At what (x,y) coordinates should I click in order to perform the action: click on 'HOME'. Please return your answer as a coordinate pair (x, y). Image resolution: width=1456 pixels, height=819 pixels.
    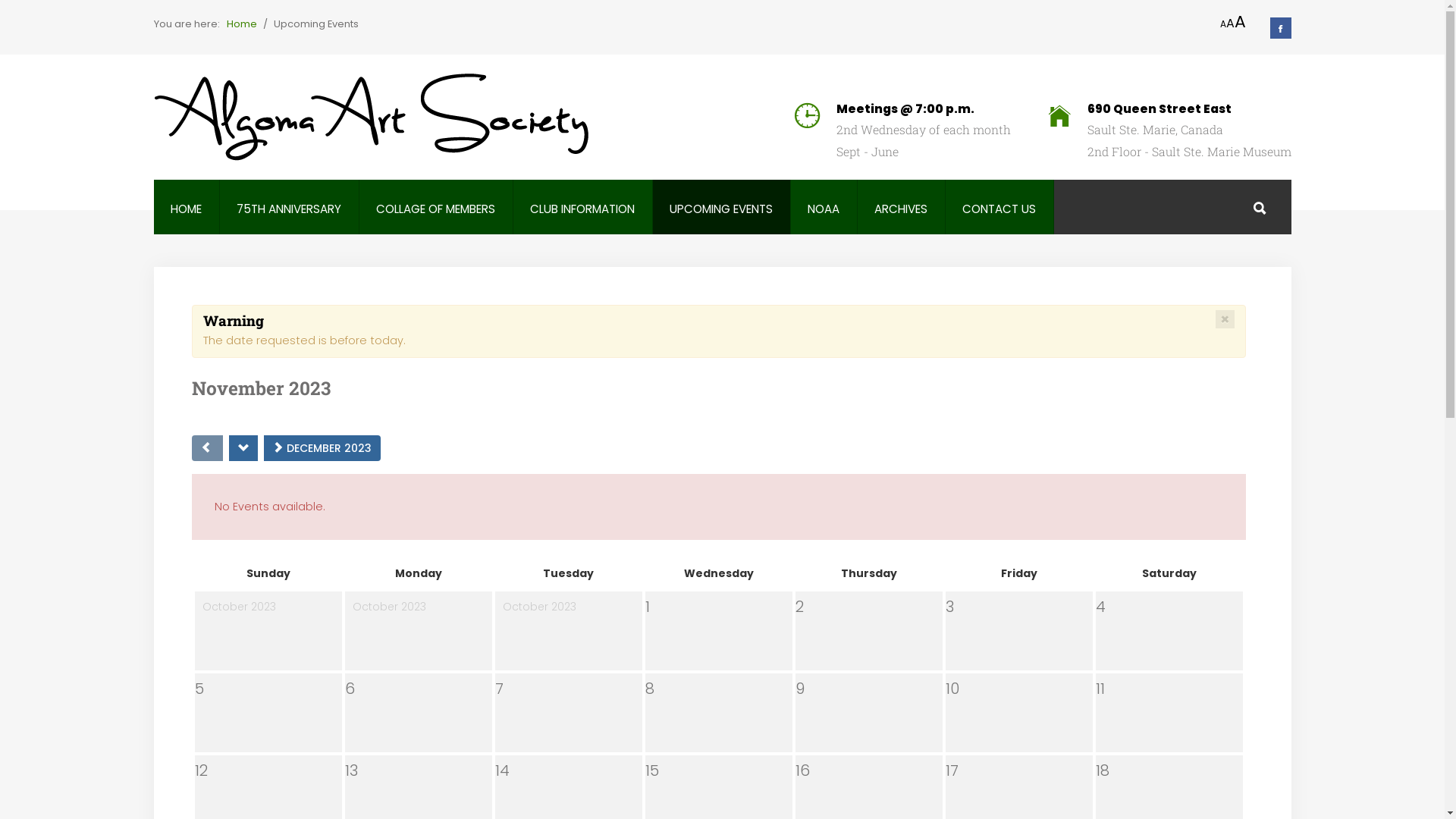
    Looking at the image, I should click on (171, 209).